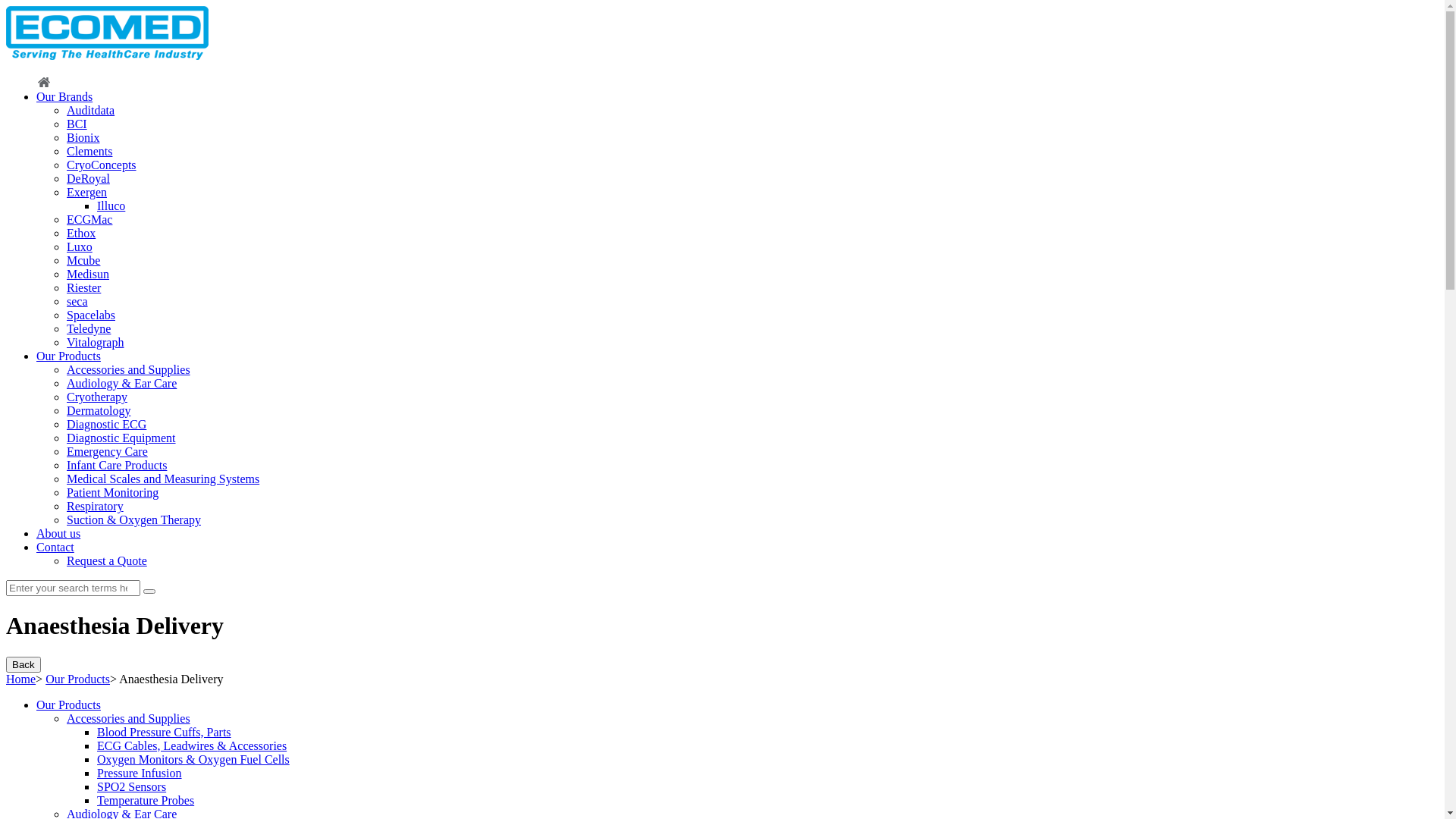 This screenshot has width=1456, height=819. What do you see at coordinates (96, 396) in the screenshot?
I see `'Cryotherapy'` at bounding box center [96, 396].